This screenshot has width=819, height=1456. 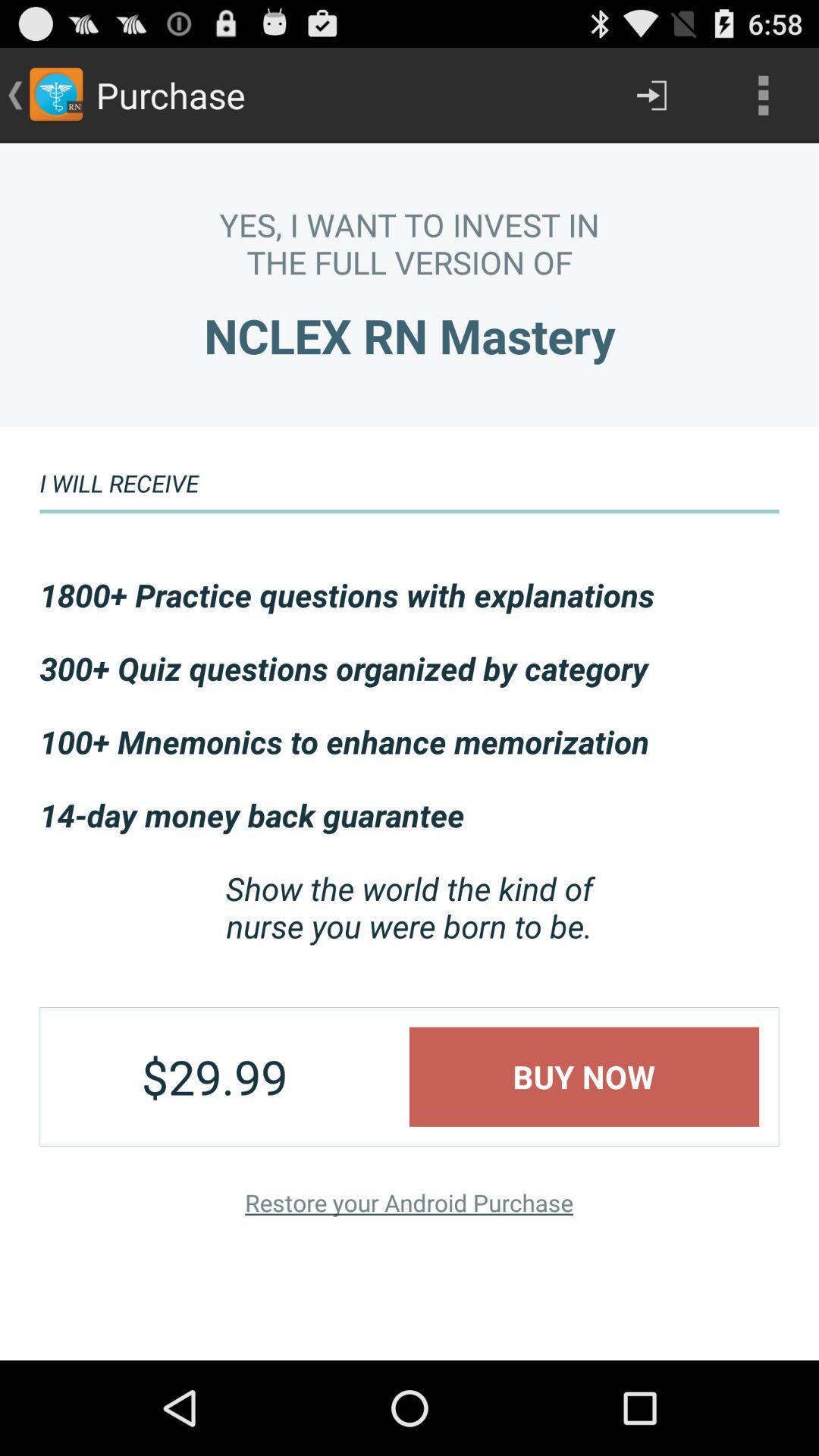 I want to click on the item next to the purchase item, so click(x=651, y=94).